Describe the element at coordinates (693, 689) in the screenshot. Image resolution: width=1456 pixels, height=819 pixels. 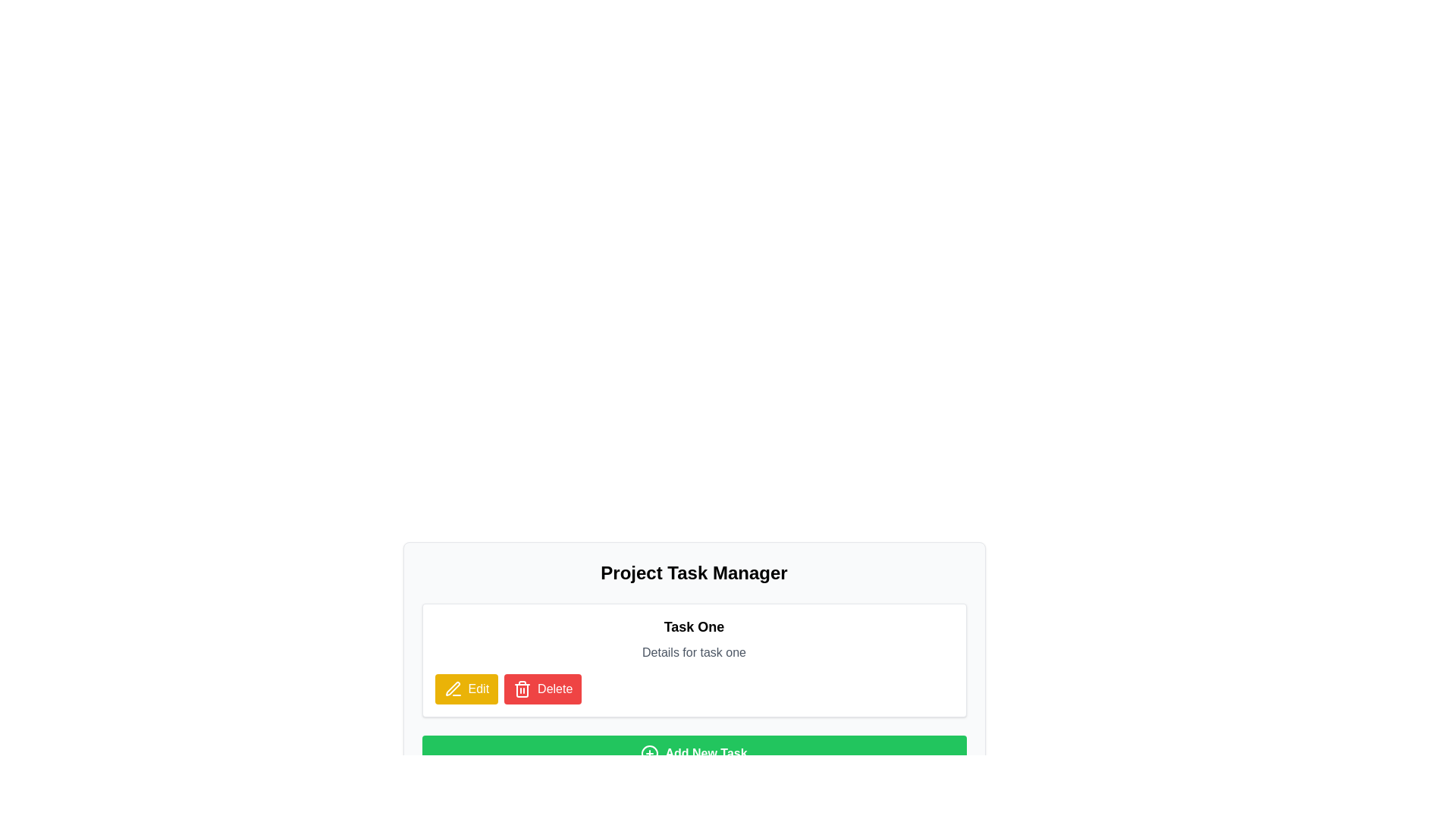
I see `the buttons in the Horizontal button group located beneath 'Details for task one' in the task management application` at that location.